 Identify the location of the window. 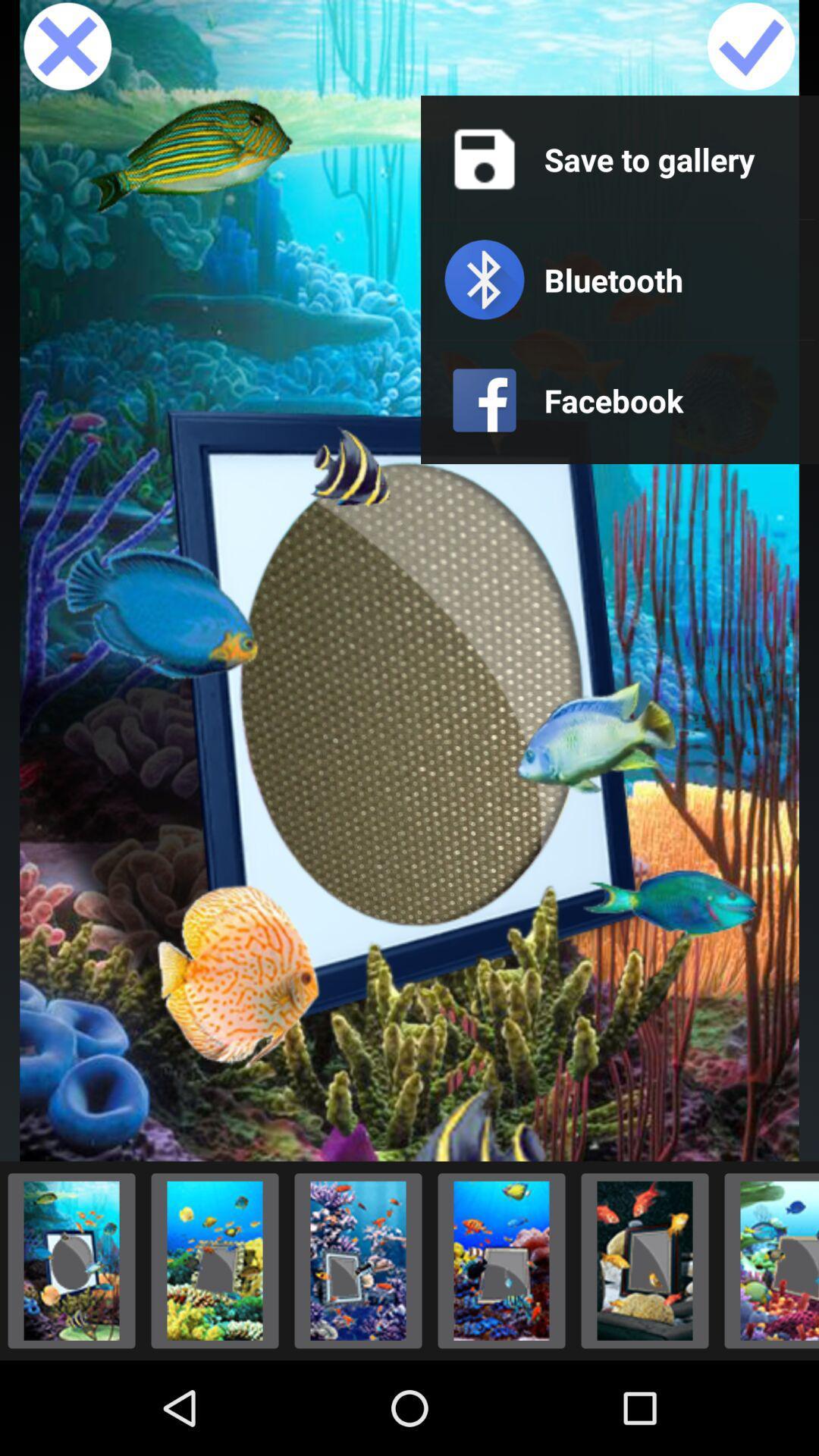
(67, 47).